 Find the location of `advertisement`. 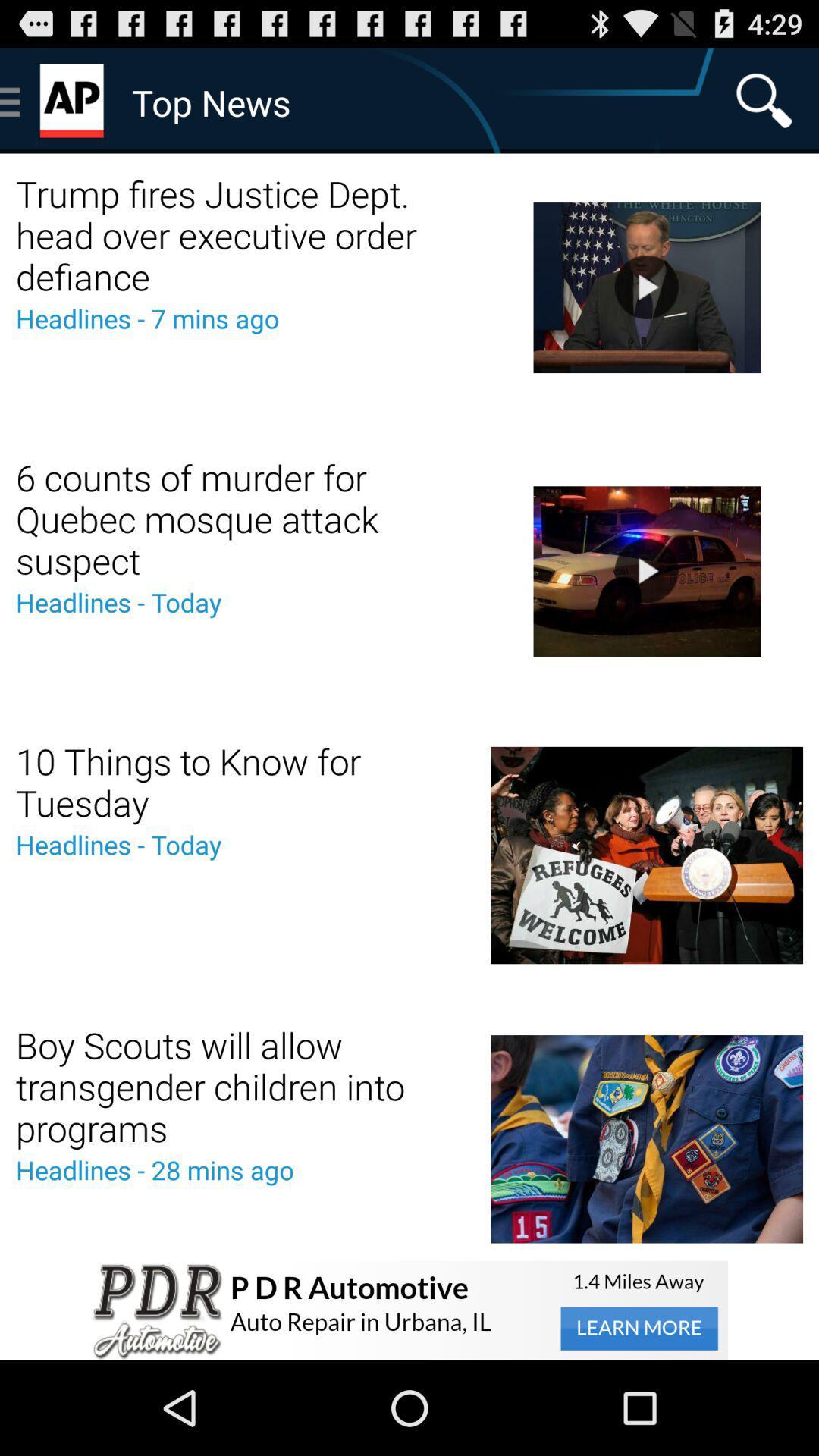

advertisement is located at coordinates (409, 1310).